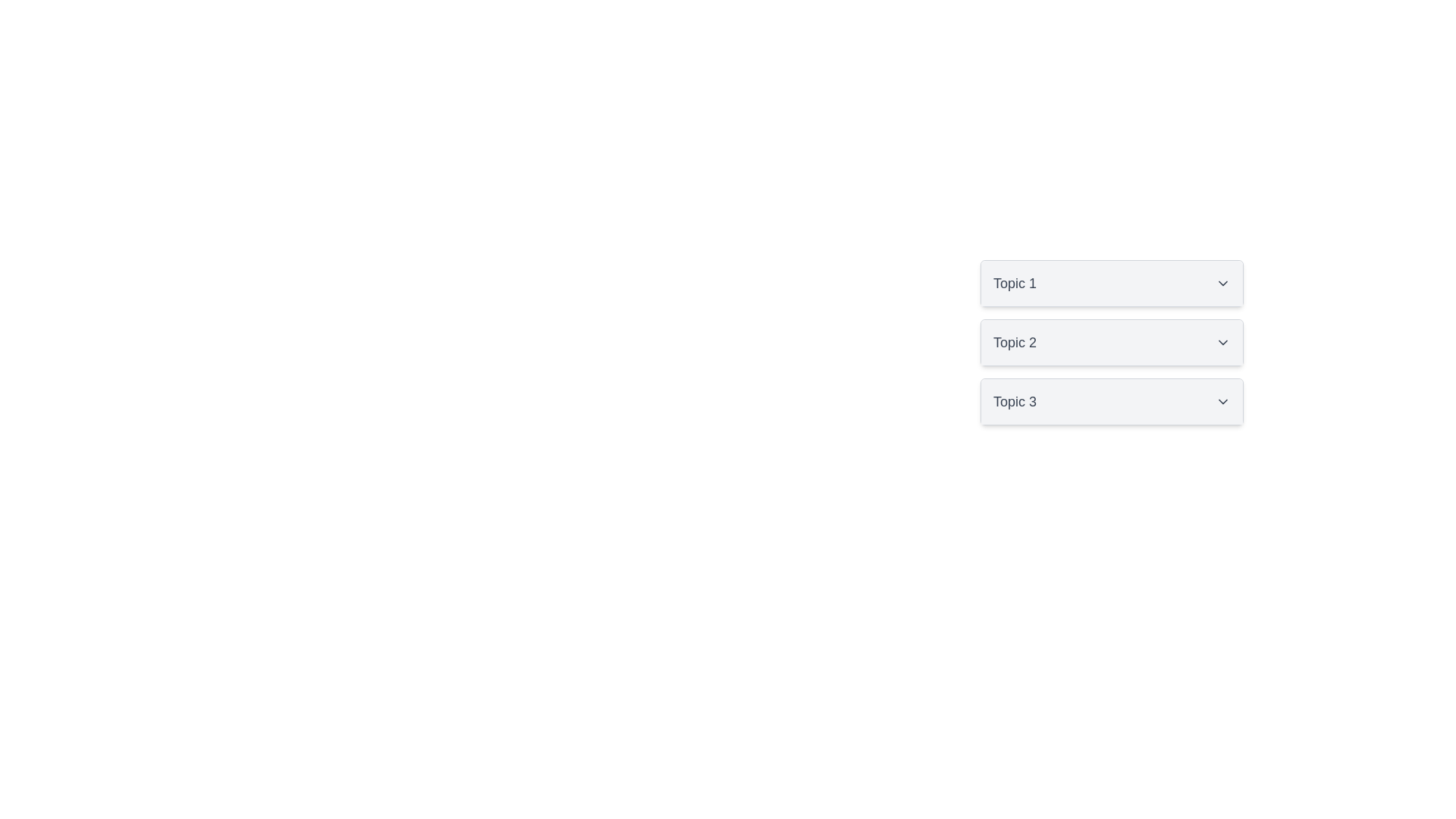  I want to click on the second button in the vertical list, so click(1112, 342).